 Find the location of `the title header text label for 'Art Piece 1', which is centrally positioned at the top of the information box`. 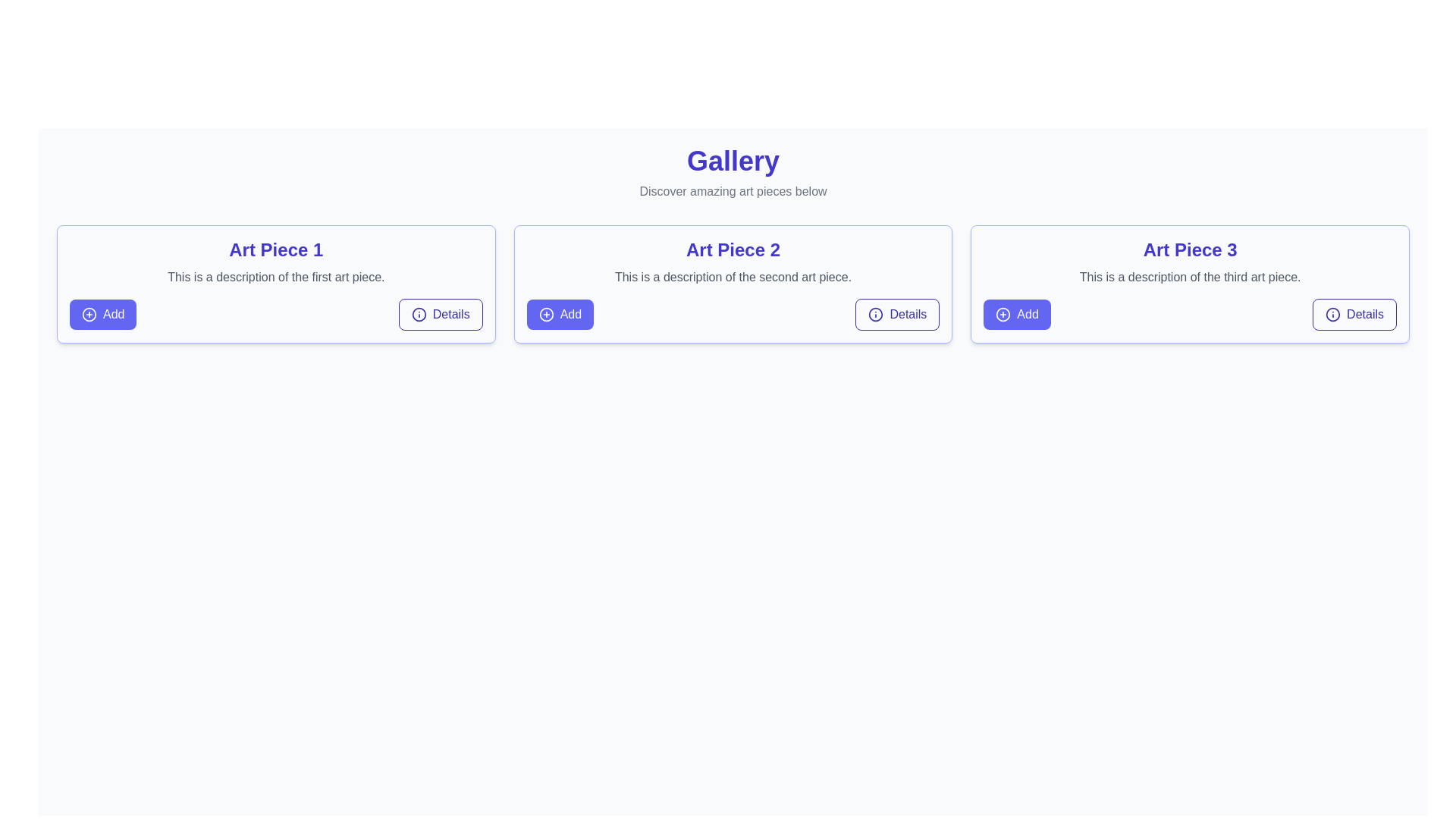

the title header text label for 'Art Piece 1', which is centrally positioned at the top of the information box is located at coordinates (276, 249).